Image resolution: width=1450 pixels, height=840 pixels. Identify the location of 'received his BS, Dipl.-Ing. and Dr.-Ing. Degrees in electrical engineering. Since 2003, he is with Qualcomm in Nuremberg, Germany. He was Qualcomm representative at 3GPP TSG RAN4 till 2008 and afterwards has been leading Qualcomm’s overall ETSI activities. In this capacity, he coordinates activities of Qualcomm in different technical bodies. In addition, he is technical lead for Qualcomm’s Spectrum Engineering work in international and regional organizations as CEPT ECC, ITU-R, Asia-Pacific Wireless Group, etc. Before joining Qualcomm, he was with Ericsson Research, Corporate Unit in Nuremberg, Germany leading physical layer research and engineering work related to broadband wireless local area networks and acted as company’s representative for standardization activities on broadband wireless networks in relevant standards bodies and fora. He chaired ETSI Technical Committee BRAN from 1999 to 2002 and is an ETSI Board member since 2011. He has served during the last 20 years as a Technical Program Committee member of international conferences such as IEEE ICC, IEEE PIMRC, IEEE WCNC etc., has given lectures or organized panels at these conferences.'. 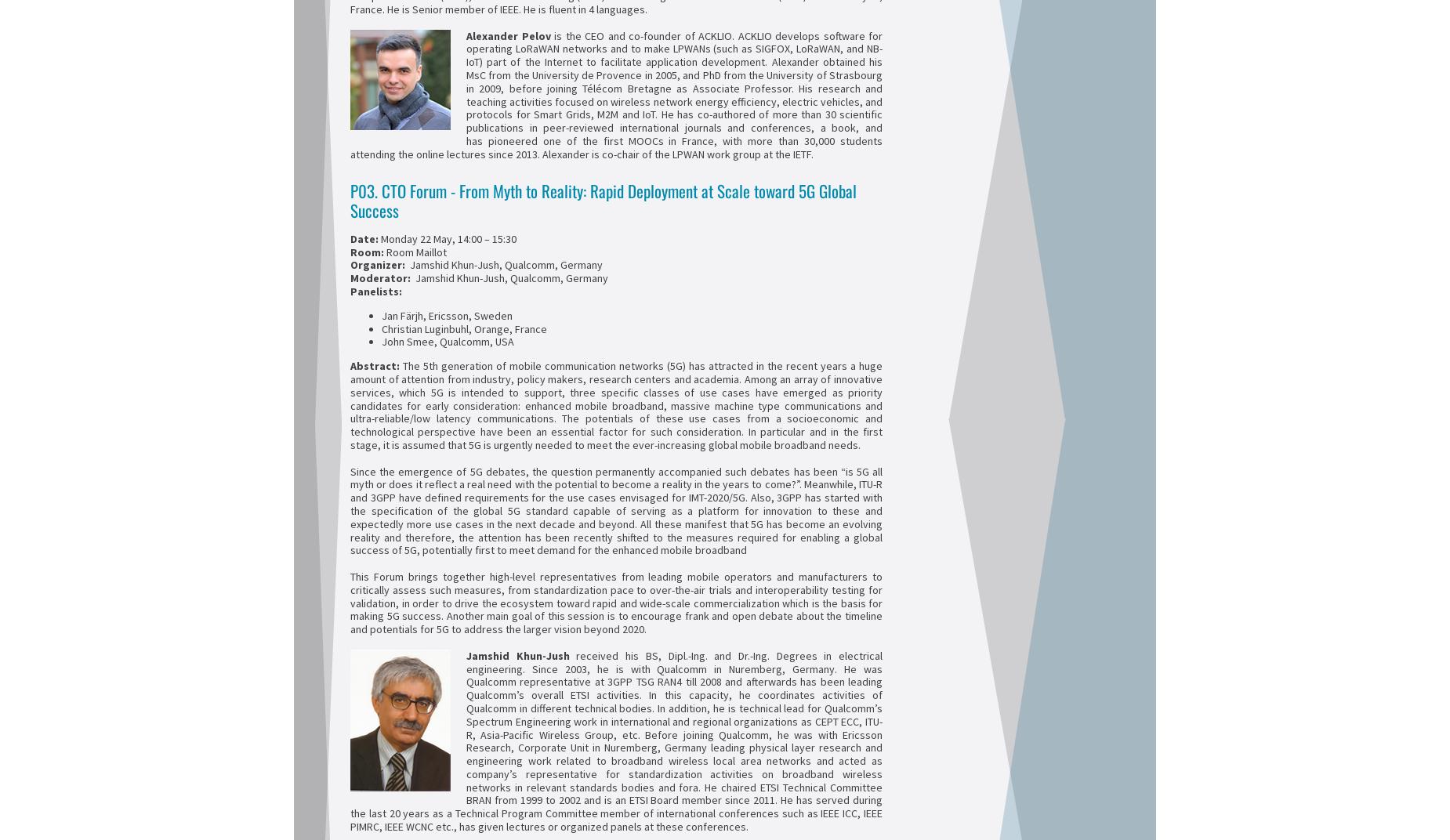
(616, 740).